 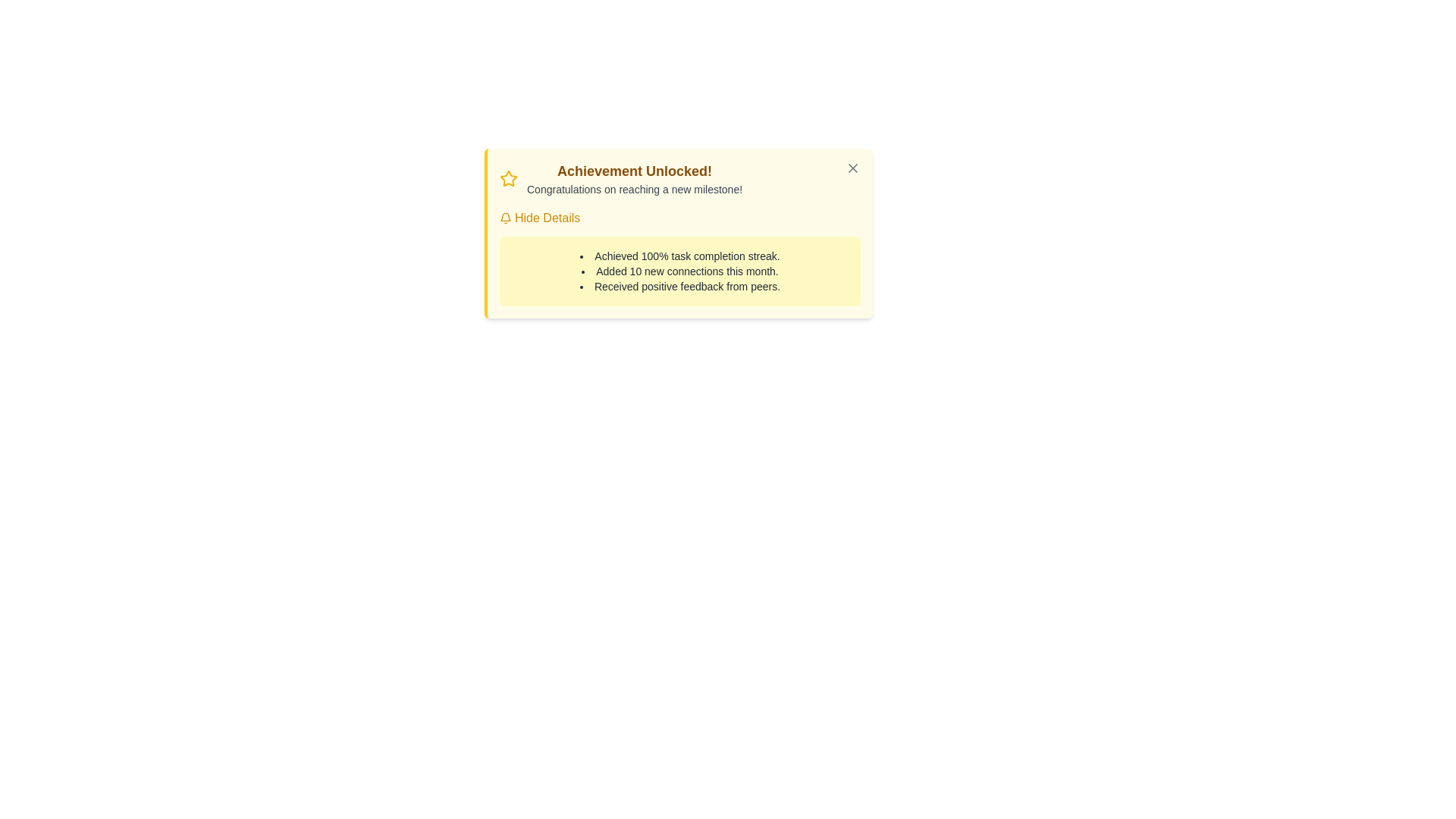 I want to click on the clickable link that toggles the details in the notification box to underline it, so click(x=540, y=218).